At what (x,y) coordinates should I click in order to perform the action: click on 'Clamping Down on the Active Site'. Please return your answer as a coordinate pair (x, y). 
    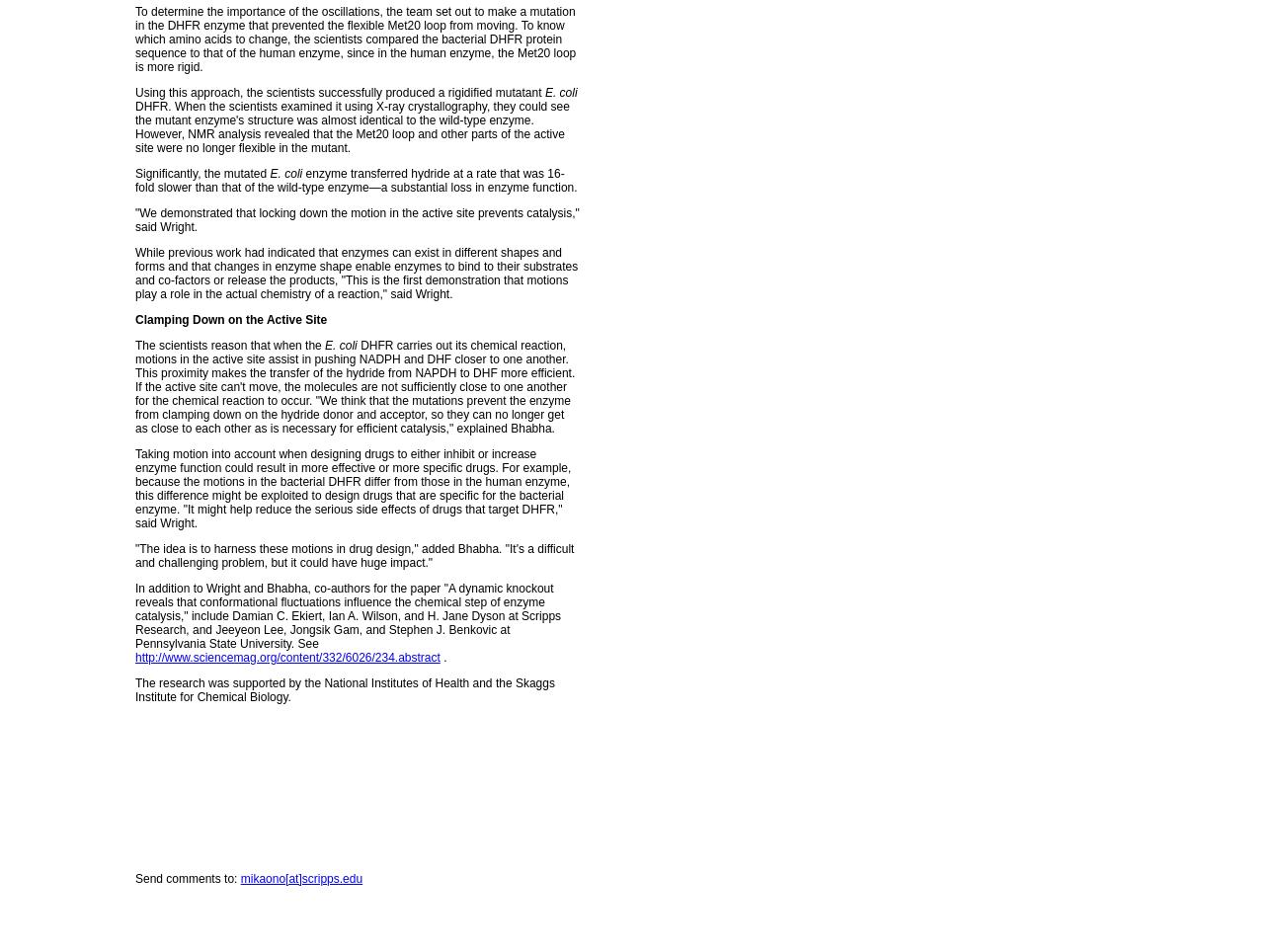
    Looking at the image, I should click on (230, 318).